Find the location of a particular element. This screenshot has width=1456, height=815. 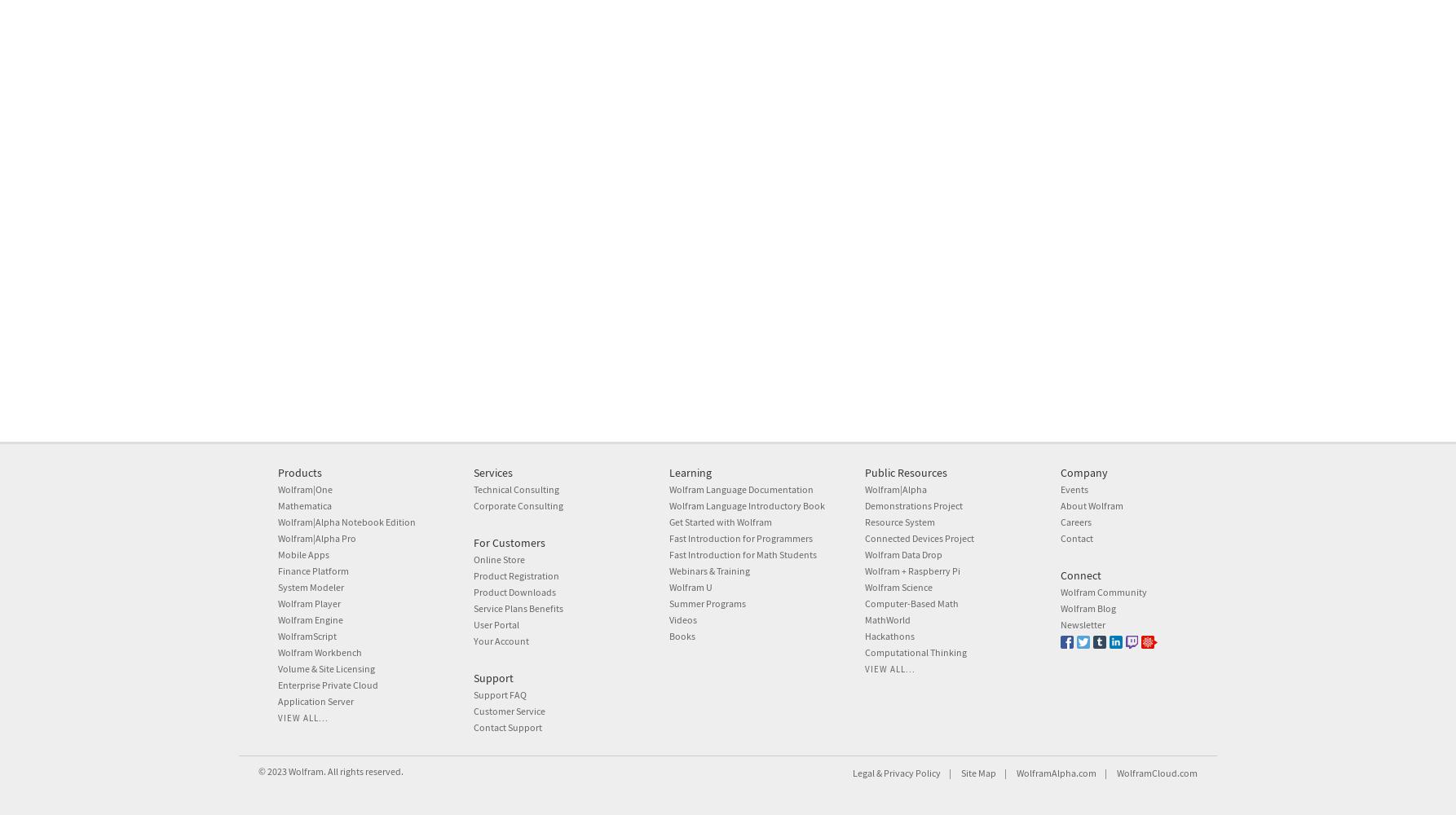

'Privacy Policy' is located at coordinates (911, 772).